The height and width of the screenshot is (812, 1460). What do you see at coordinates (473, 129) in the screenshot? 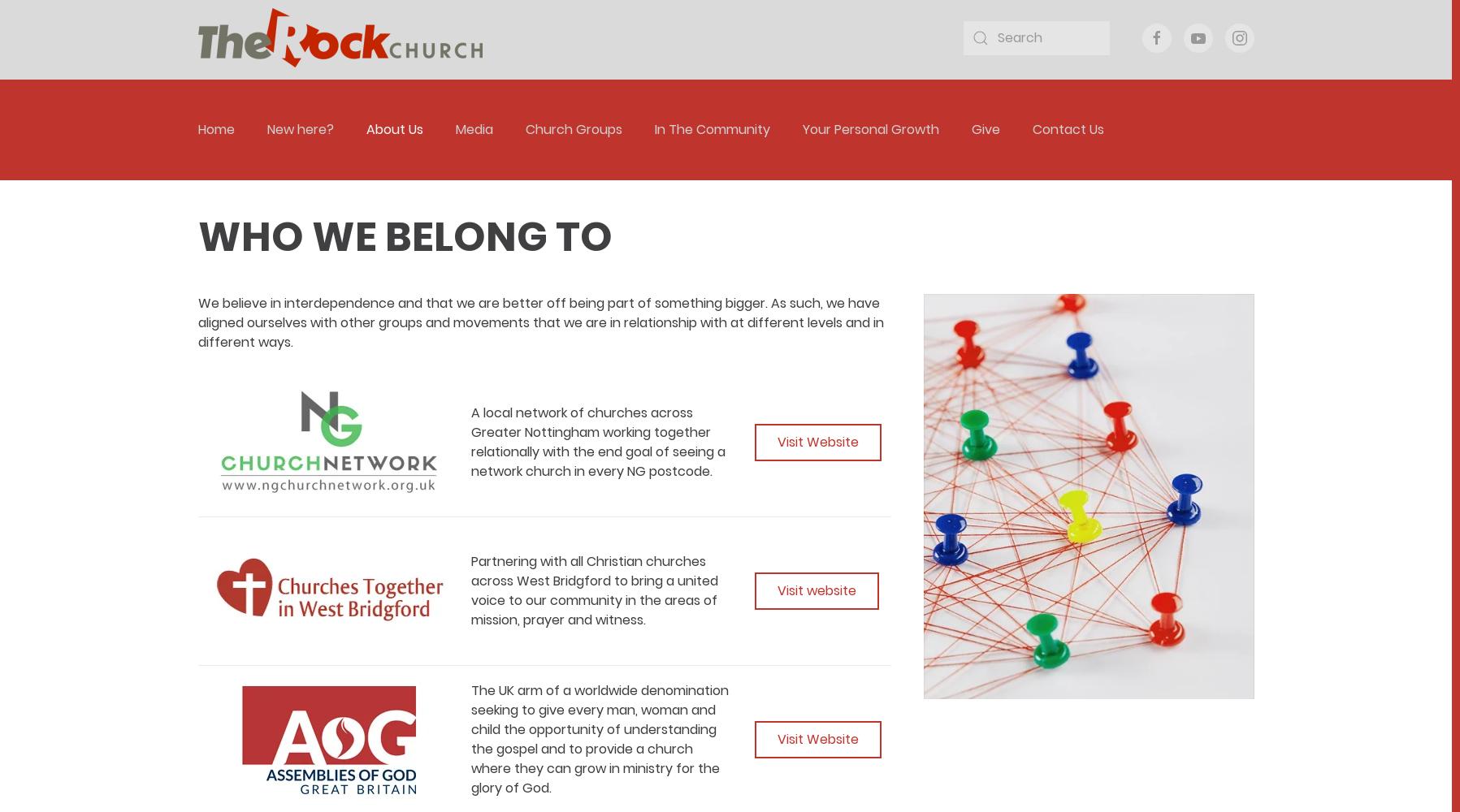
I see `'Media'` at bounding box center [473, 129].